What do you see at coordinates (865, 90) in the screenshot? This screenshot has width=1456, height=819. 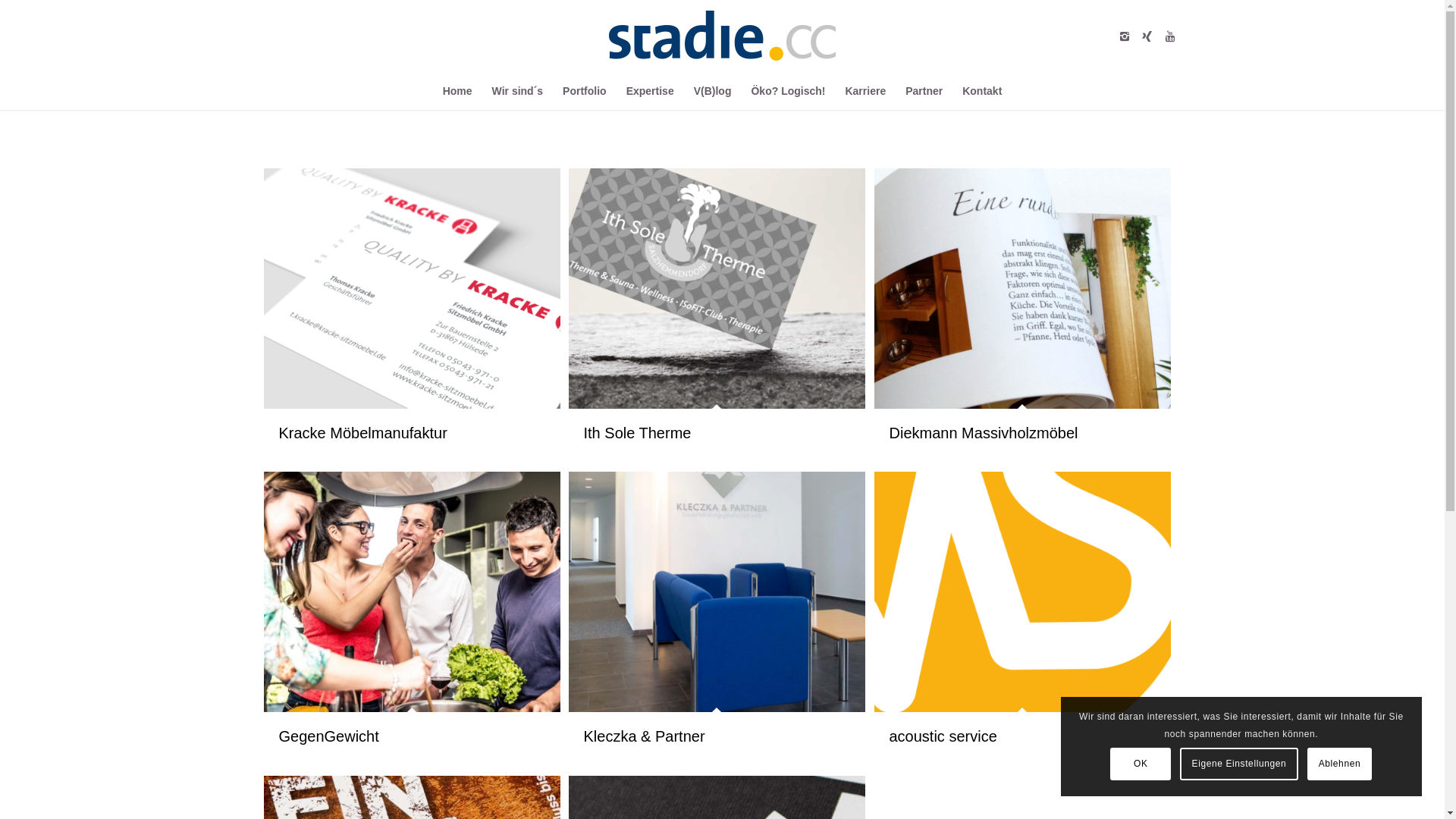 I see `'Karriere'` at bounding box center [865, 90].